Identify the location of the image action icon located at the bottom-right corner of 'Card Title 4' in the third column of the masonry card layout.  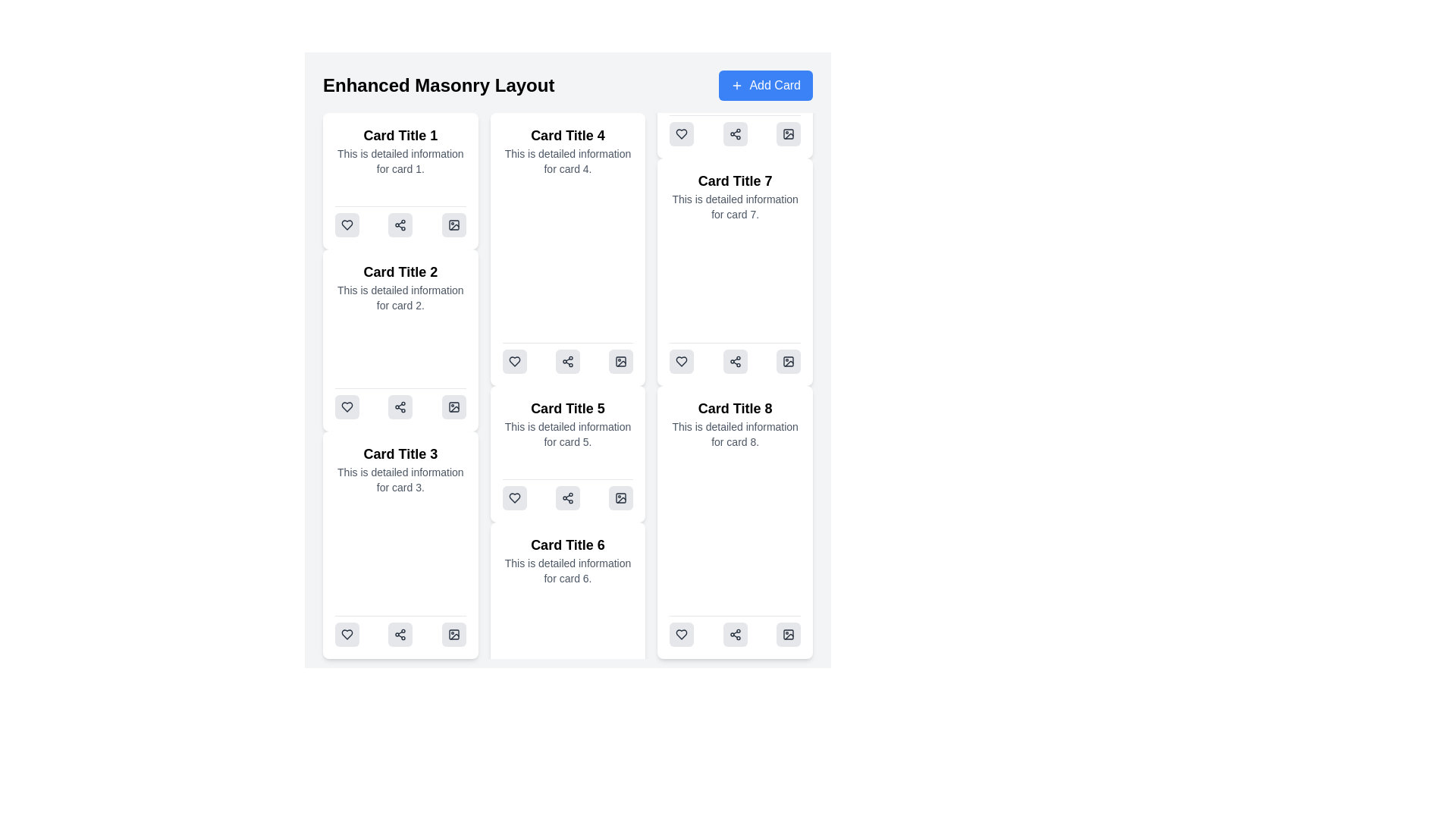
(621, 362).